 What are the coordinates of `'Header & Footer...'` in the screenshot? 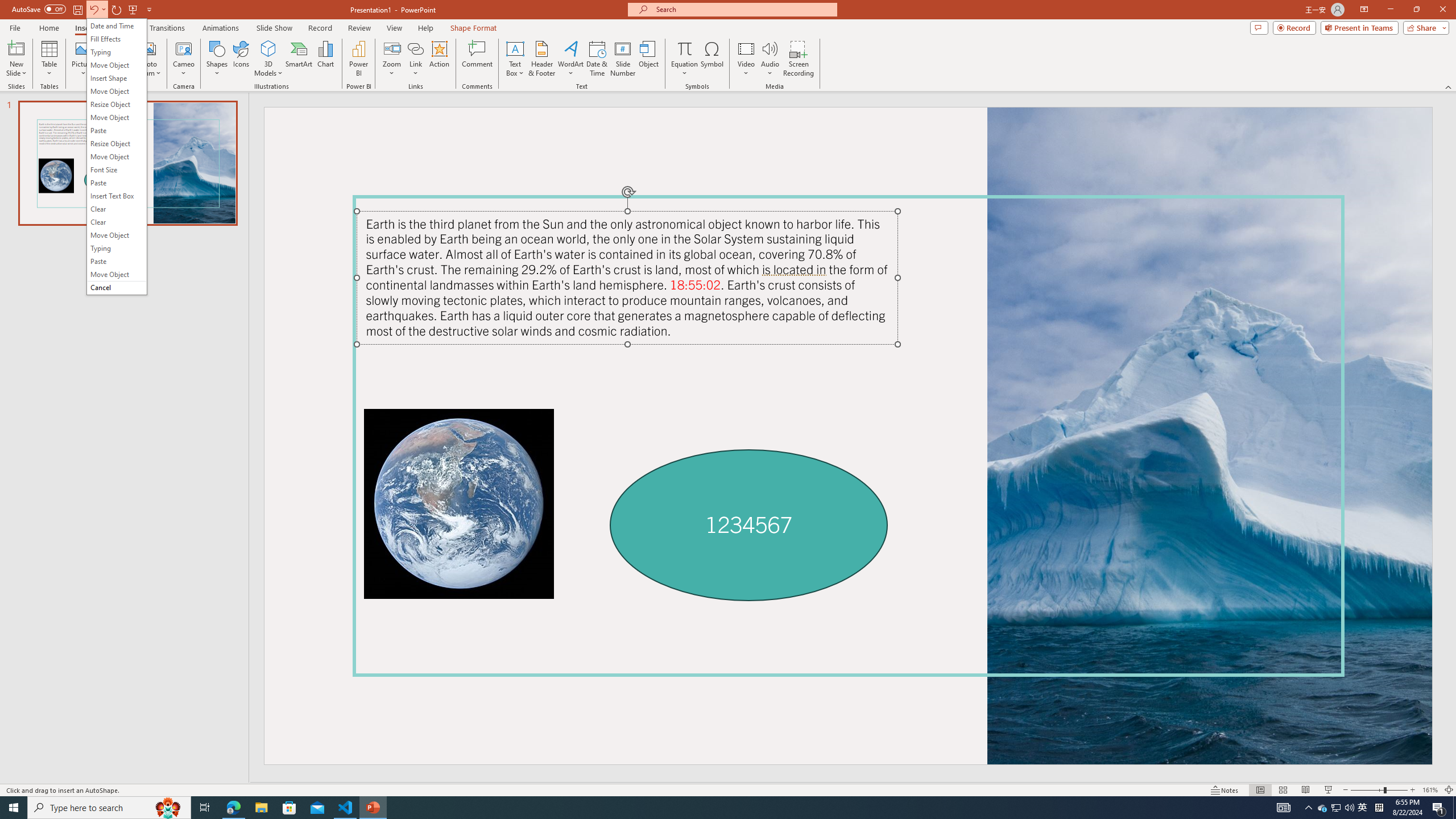 It's located at (541, 59).